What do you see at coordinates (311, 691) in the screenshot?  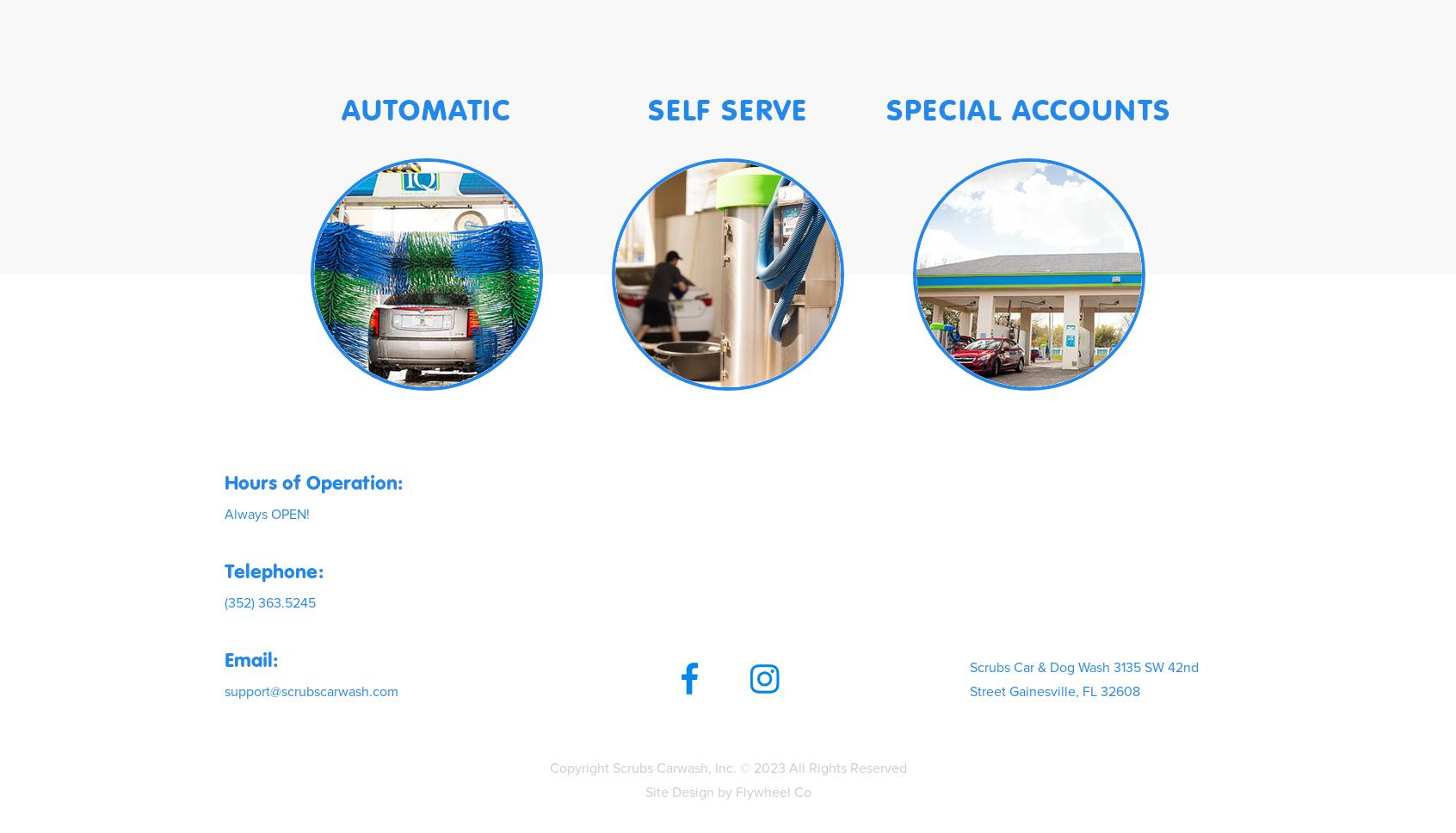 I see `'support@scrubscarwash.com'` at bounding box center [311, 691].